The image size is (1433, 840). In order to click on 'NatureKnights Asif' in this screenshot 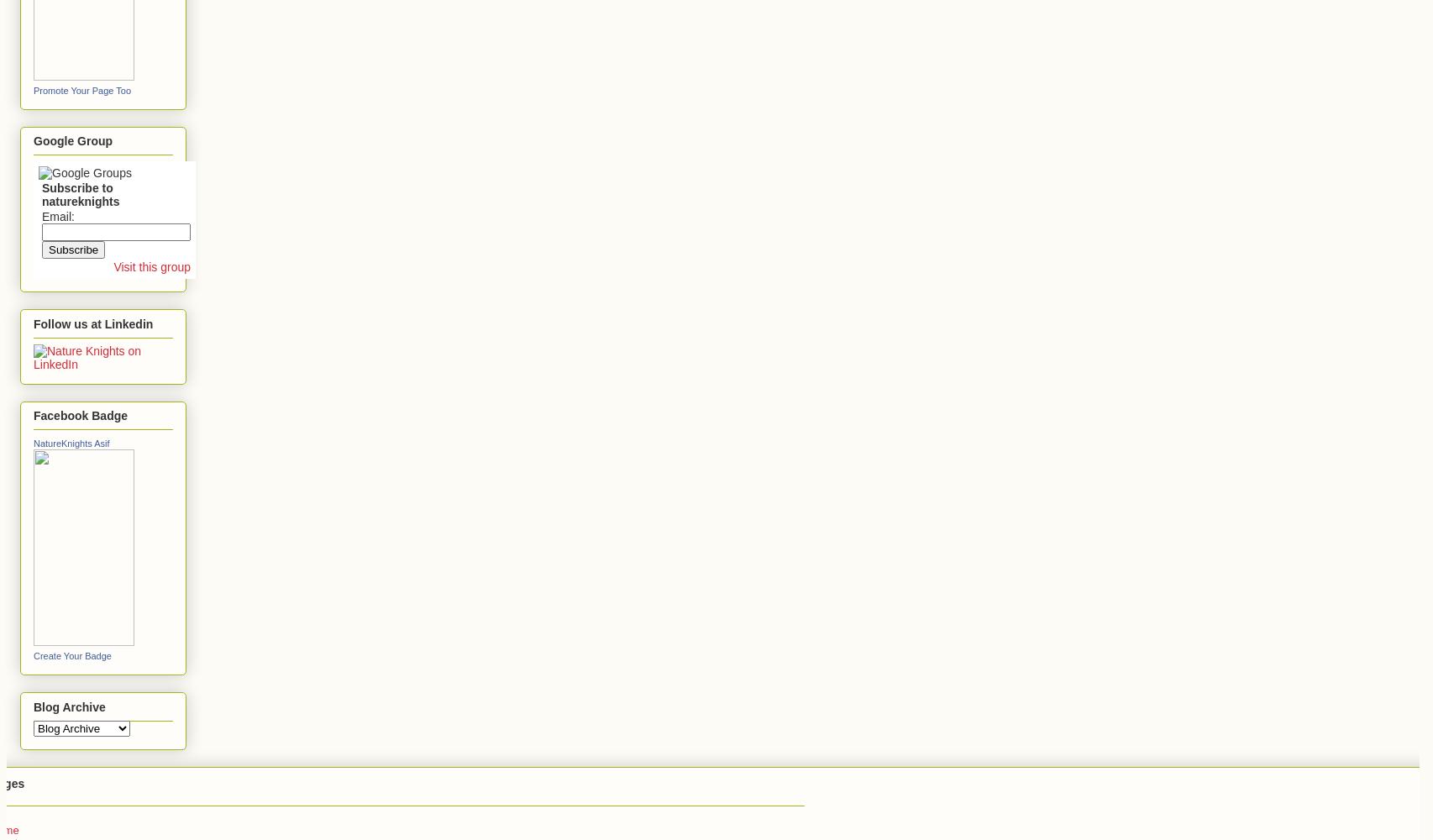, I will do `click(71, 444)`.